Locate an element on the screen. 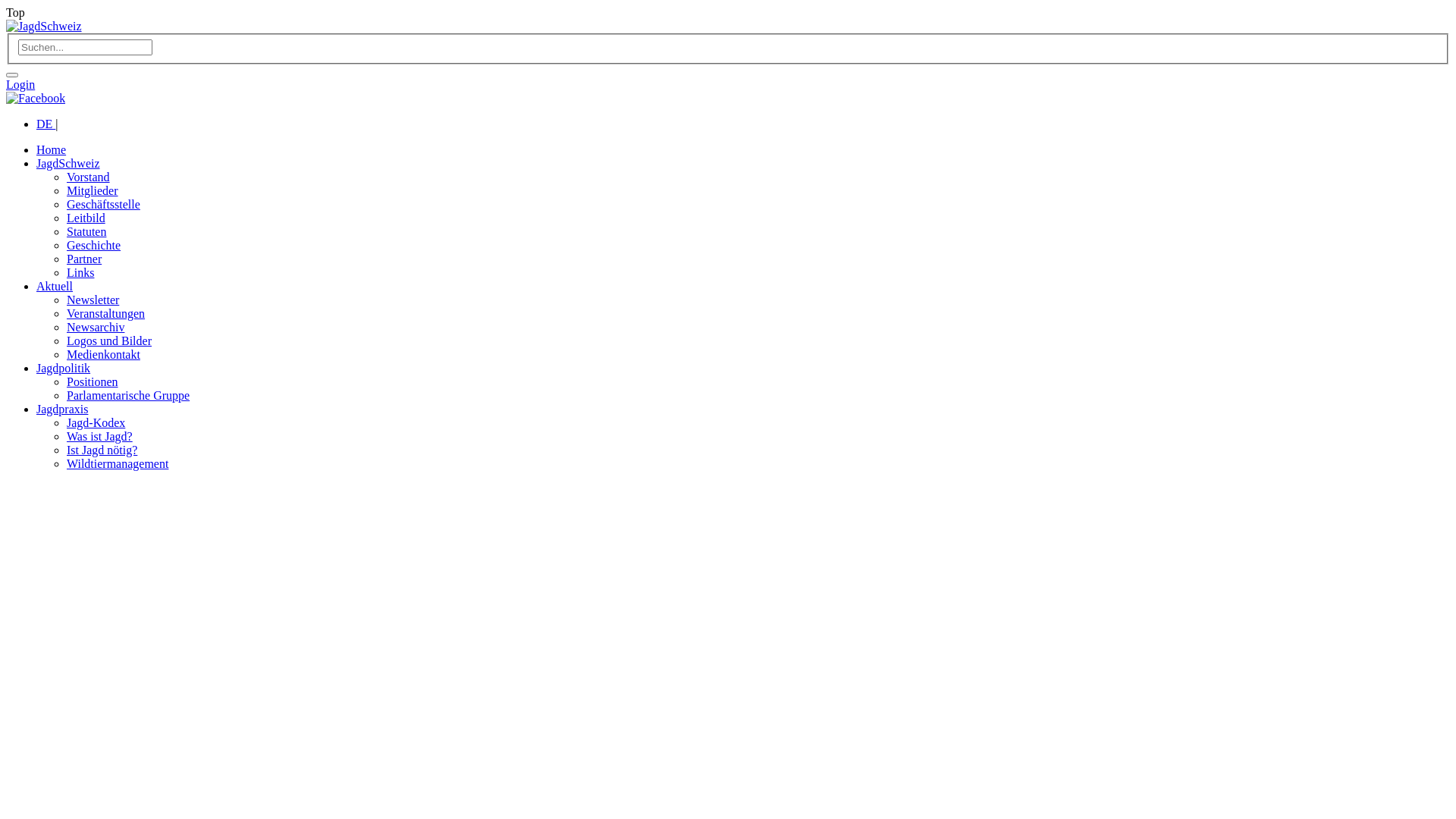 The image size is (1456, 819). 'Logos und Bilder' is located at coordinates (108, 340).